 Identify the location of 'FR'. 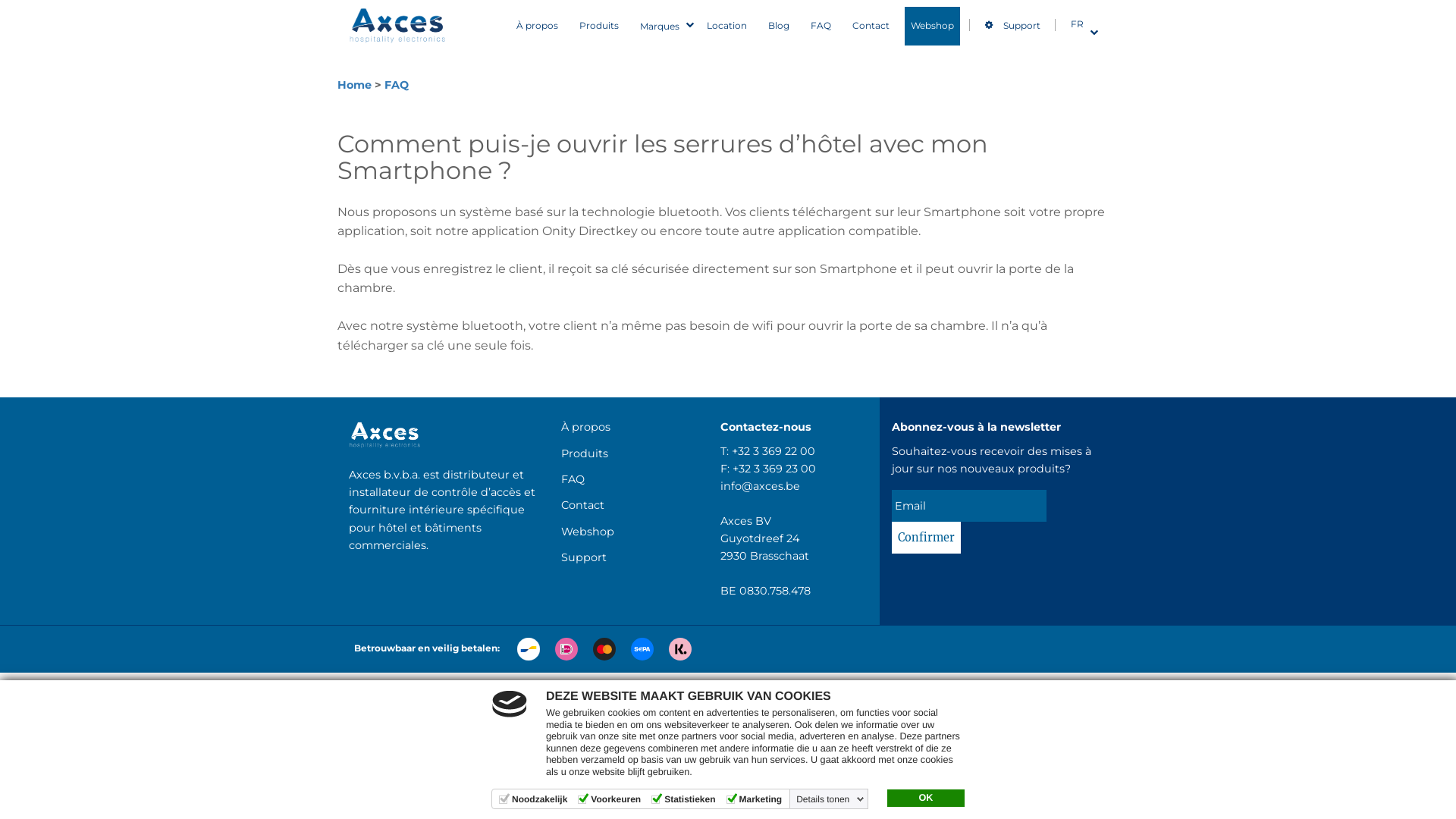
(1079, 24).